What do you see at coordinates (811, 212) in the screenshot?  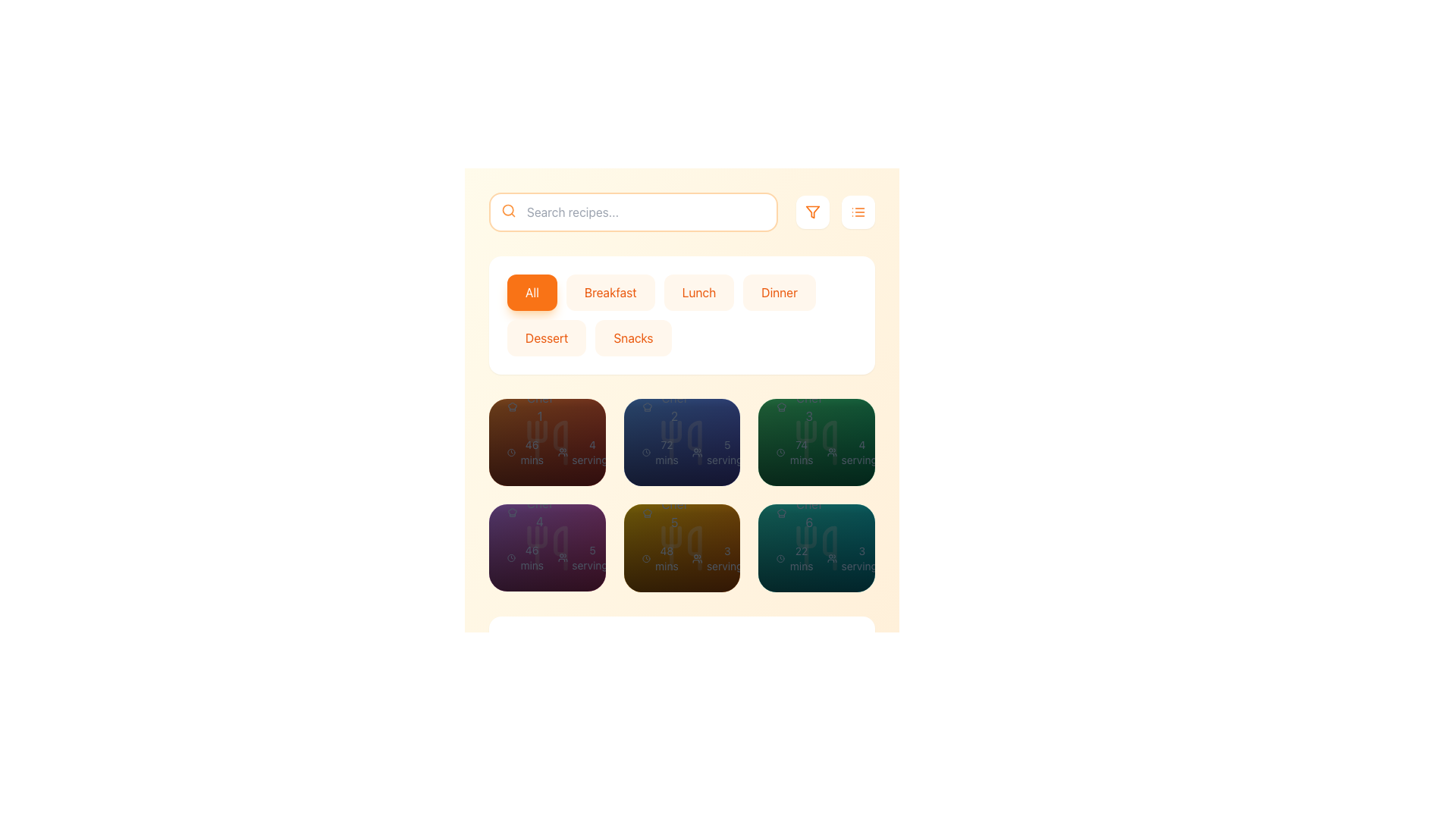 I see `the small square button with a rounded-corner design, featuring a white background and an orange filter icon, located to the right of the search input box in the top portion of the interface` at bounding box center [811, 212].